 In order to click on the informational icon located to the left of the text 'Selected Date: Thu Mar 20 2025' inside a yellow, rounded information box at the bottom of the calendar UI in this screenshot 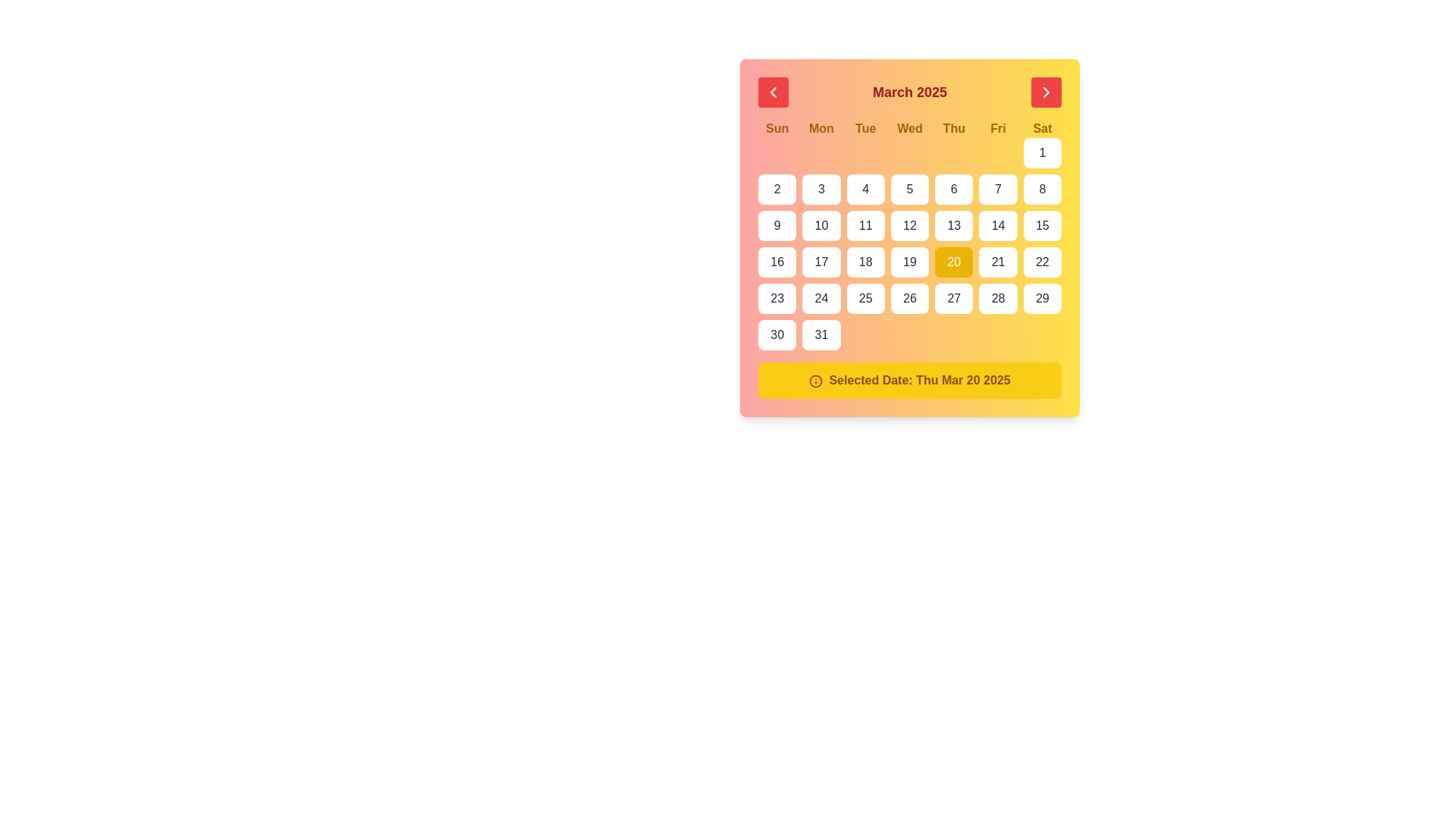, I will do `click(815, 380)`.